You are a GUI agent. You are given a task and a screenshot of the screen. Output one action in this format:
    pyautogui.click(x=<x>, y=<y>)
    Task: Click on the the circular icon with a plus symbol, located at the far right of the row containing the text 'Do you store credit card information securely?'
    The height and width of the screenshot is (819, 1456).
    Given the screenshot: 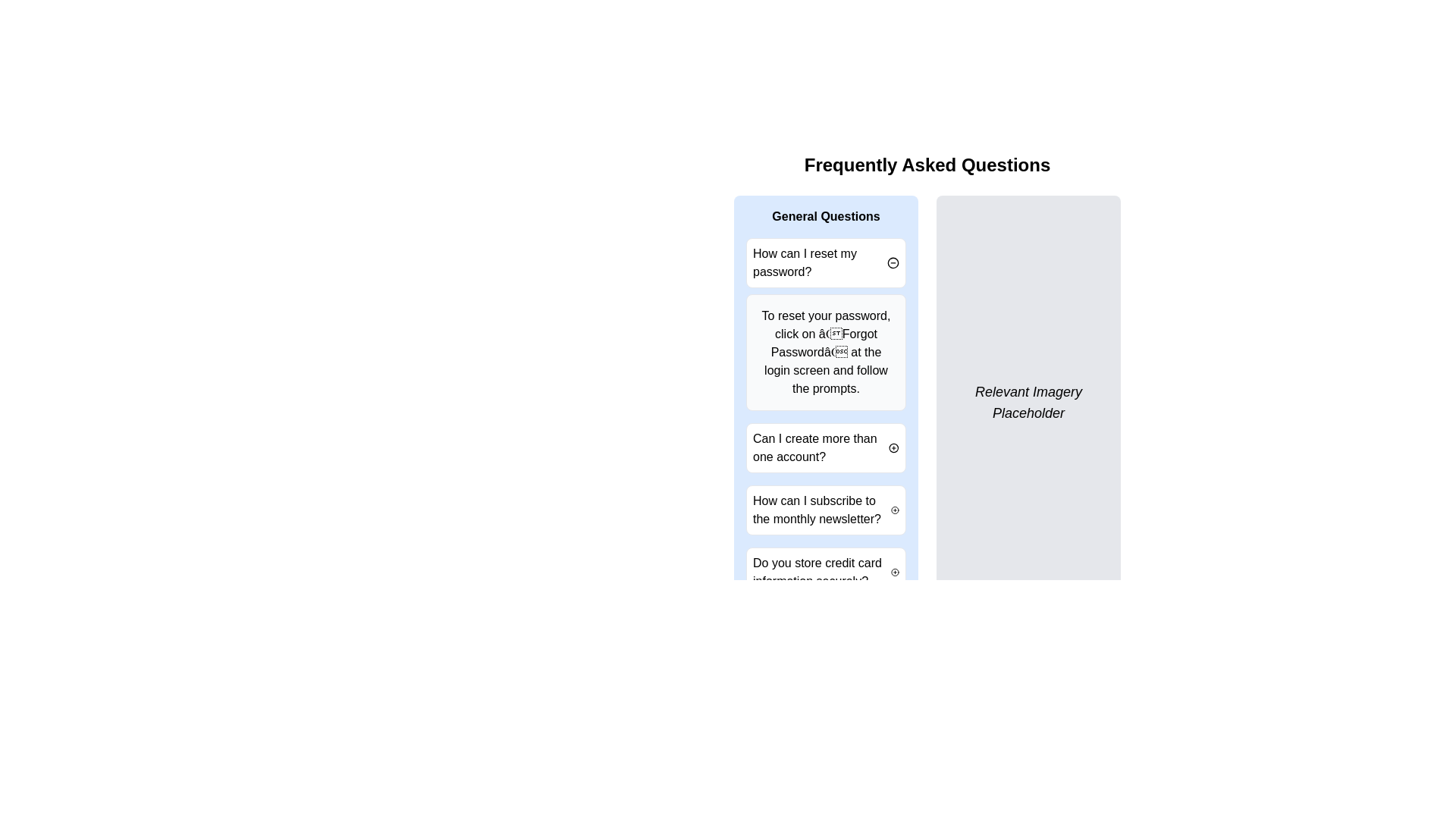 What is the action you would take?
    pyautogui.click(x=895, y=573)
    